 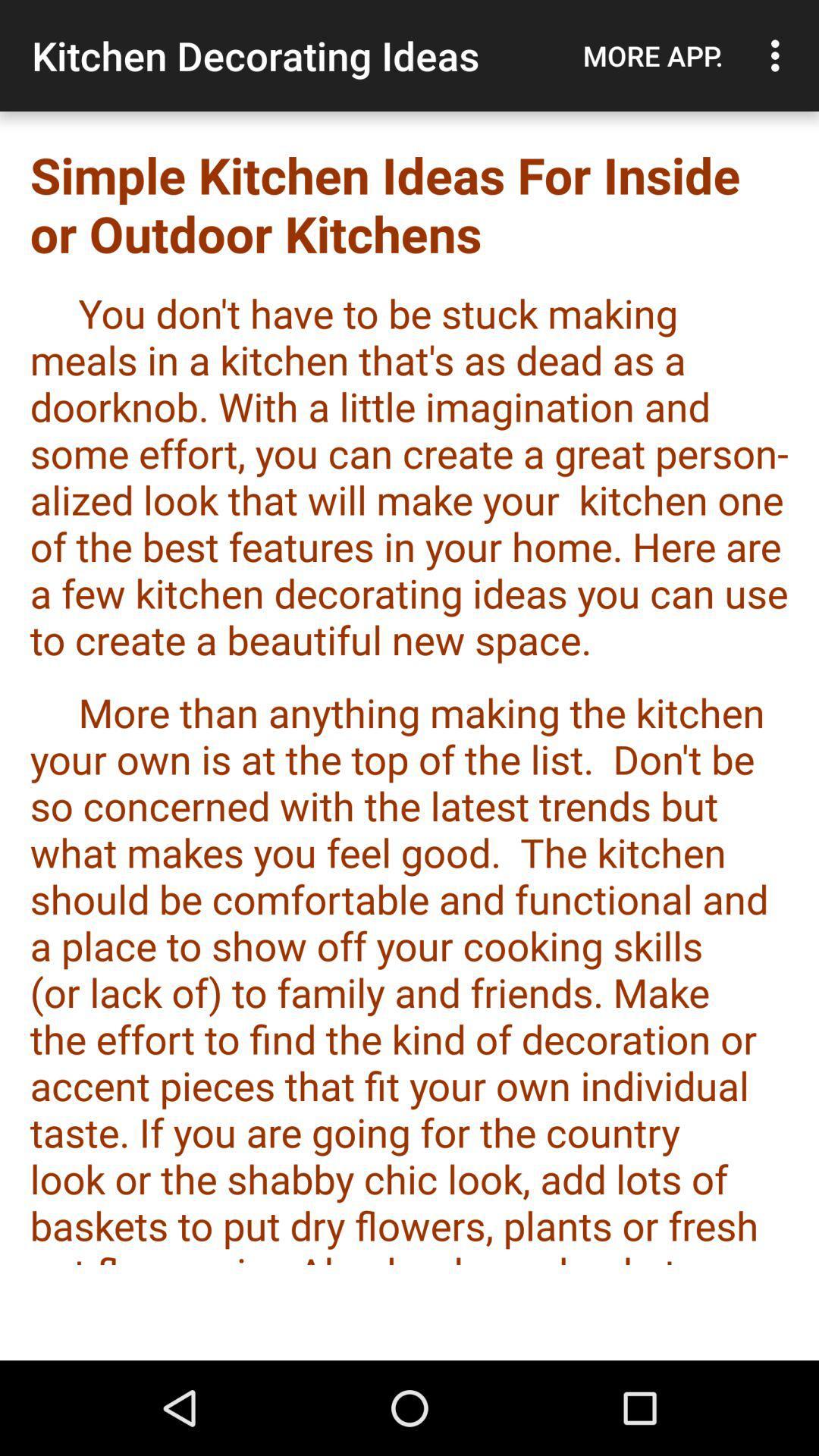 What do you see at coordinates (779, 55) in the screenshot?
I see `icon next to the more app.` at bounding box center [779, 55].